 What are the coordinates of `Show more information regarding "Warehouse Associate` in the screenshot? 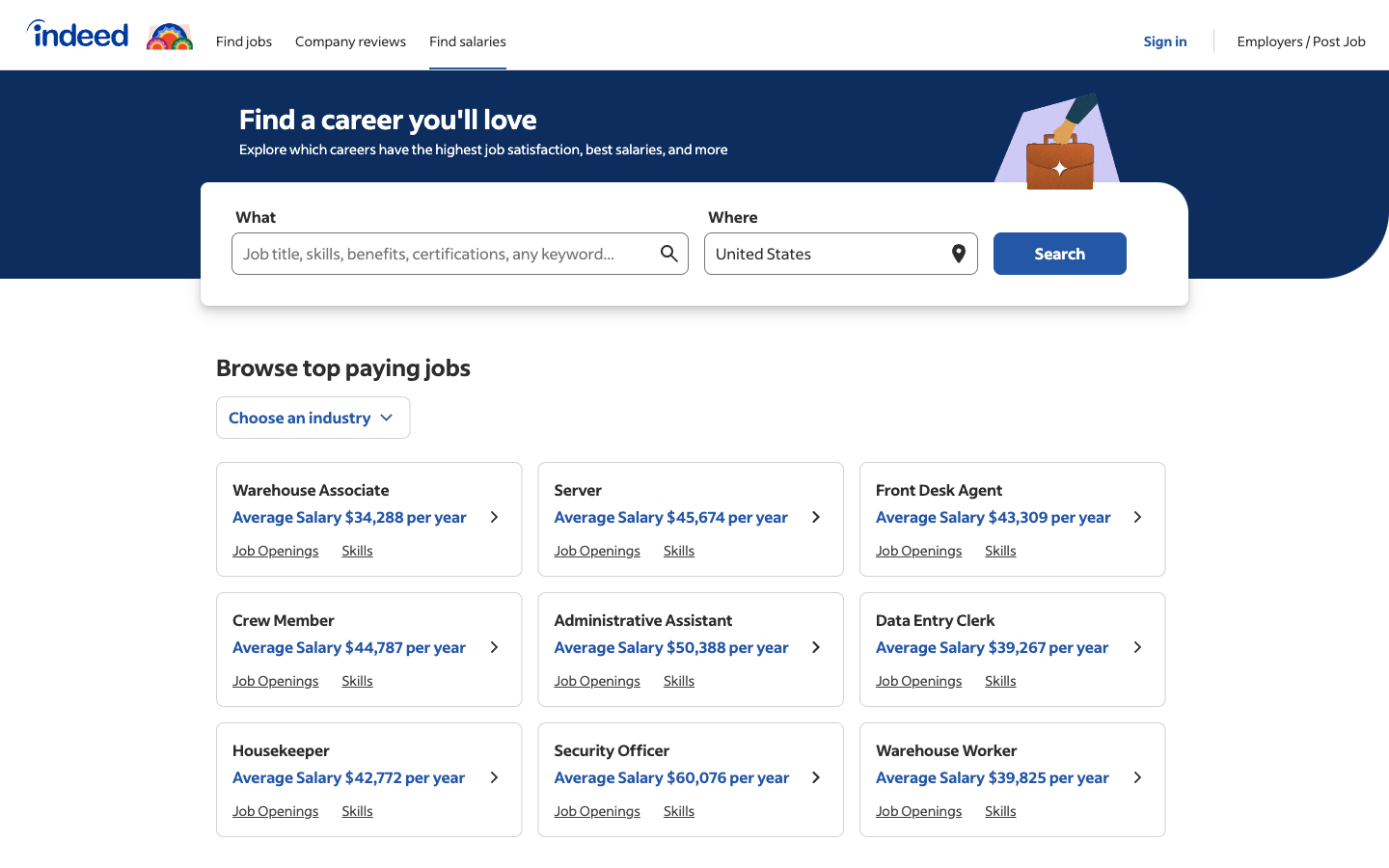 It's located at (493, 518).